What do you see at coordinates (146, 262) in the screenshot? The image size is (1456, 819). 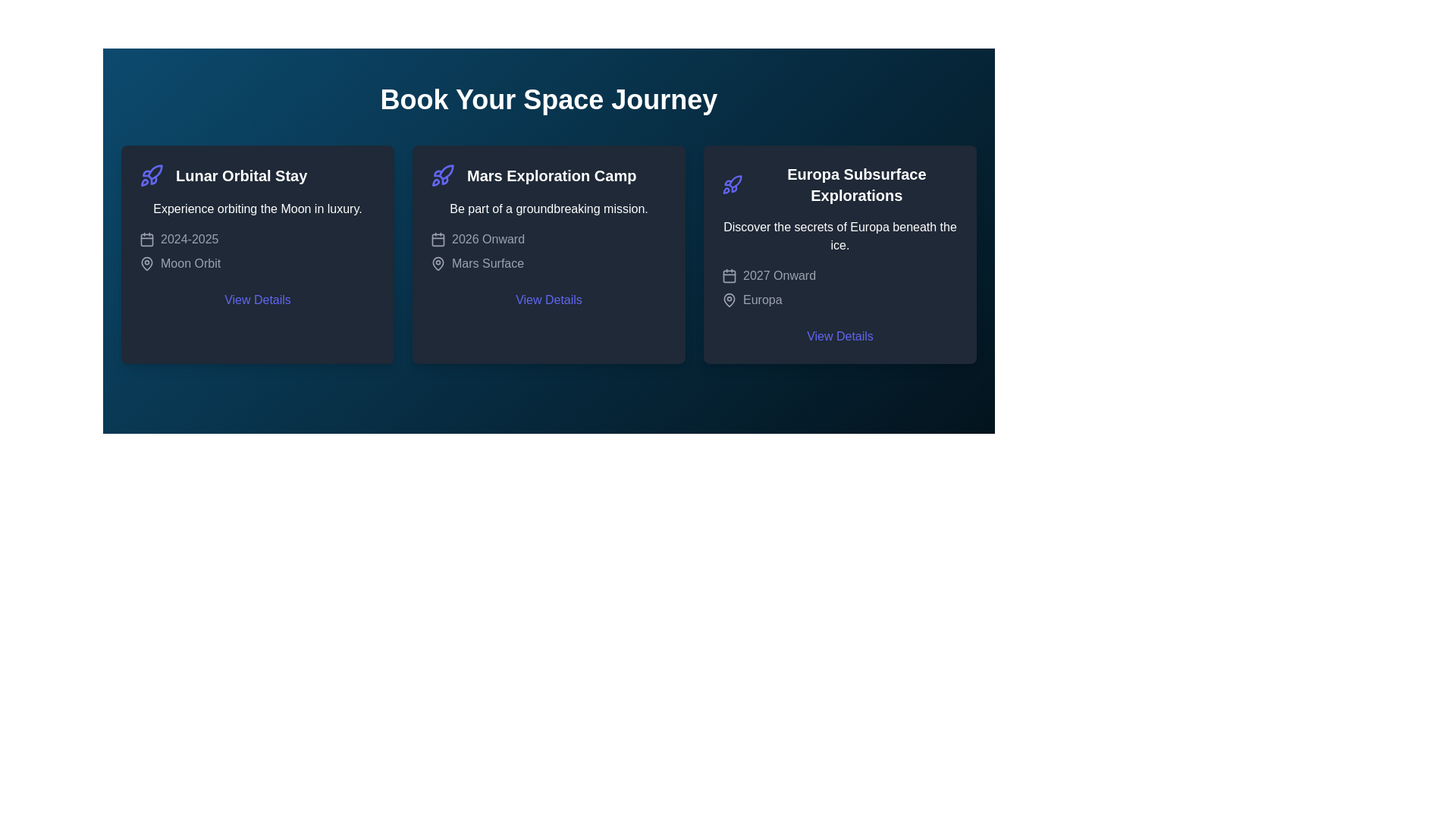 I see `the icon indicating location related to 'Moon Orbit', which is positioned to the left of the text 'Moon Orbit' and beneath '2024-2025'` at bounding box center [146, 262].